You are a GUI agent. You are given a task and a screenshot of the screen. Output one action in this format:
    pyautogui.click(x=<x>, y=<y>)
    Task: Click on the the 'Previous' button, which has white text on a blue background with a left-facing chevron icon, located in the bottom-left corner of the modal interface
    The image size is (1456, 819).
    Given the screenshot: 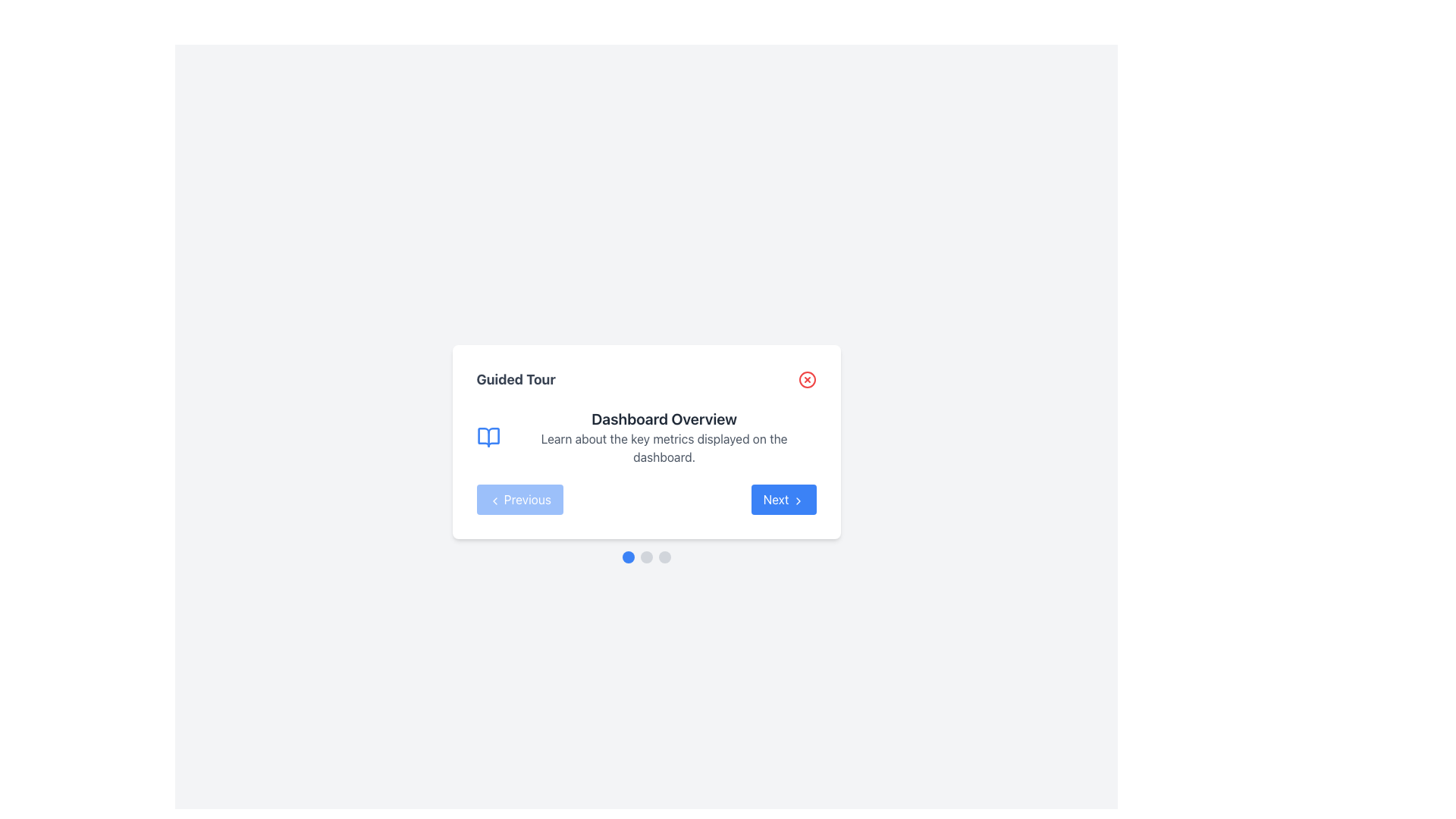 What is the action you would take?
    pyautogui.click(x=519, y=500)
    